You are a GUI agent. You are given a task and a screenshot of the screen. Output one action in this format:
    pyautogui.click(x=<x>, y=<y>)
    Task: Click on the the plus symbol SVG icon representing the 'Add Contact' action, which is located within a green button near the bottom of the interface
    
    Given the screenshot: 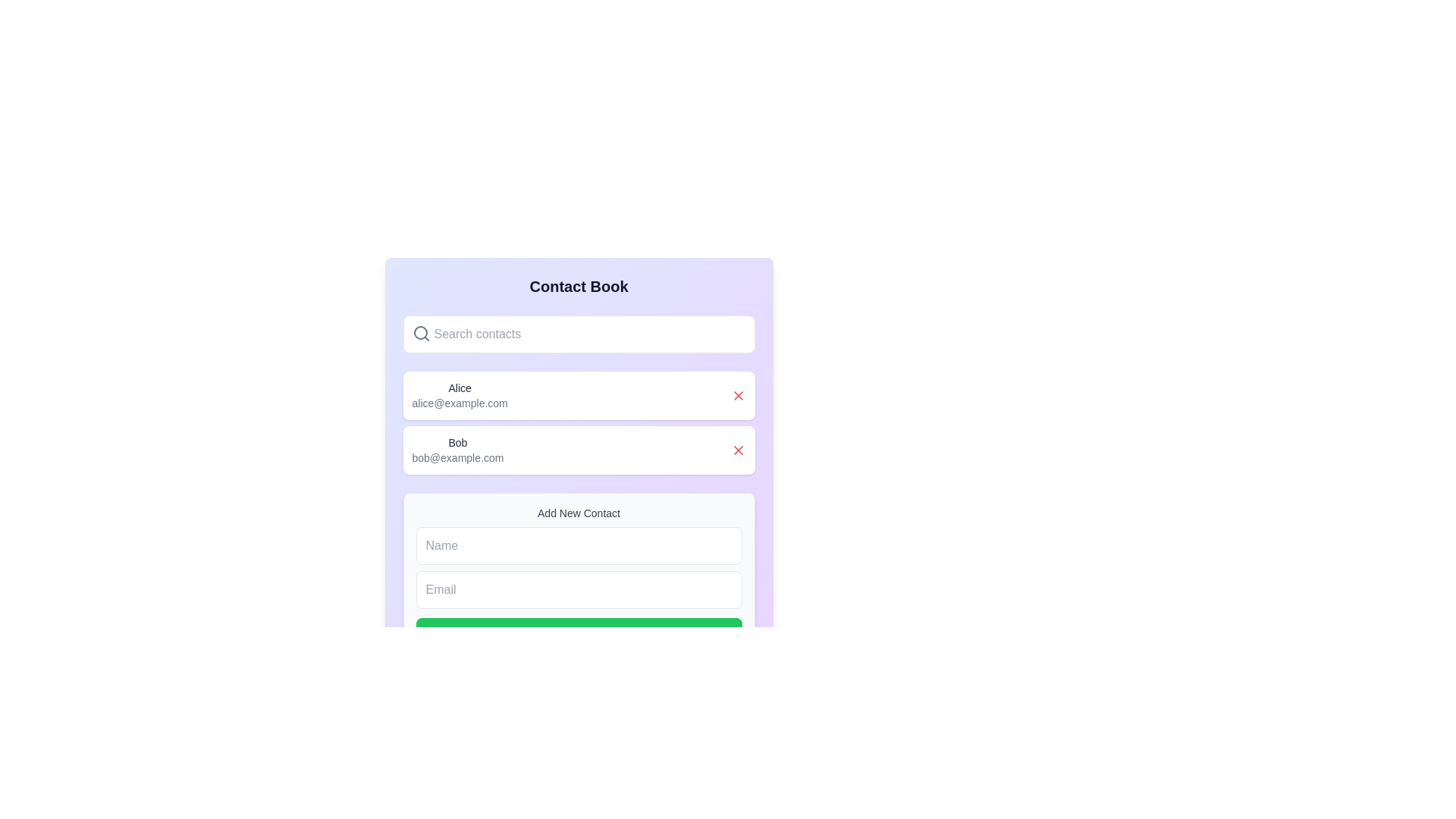 What is the action you would take?
    pyautogui.click(x=541, y=633)
    